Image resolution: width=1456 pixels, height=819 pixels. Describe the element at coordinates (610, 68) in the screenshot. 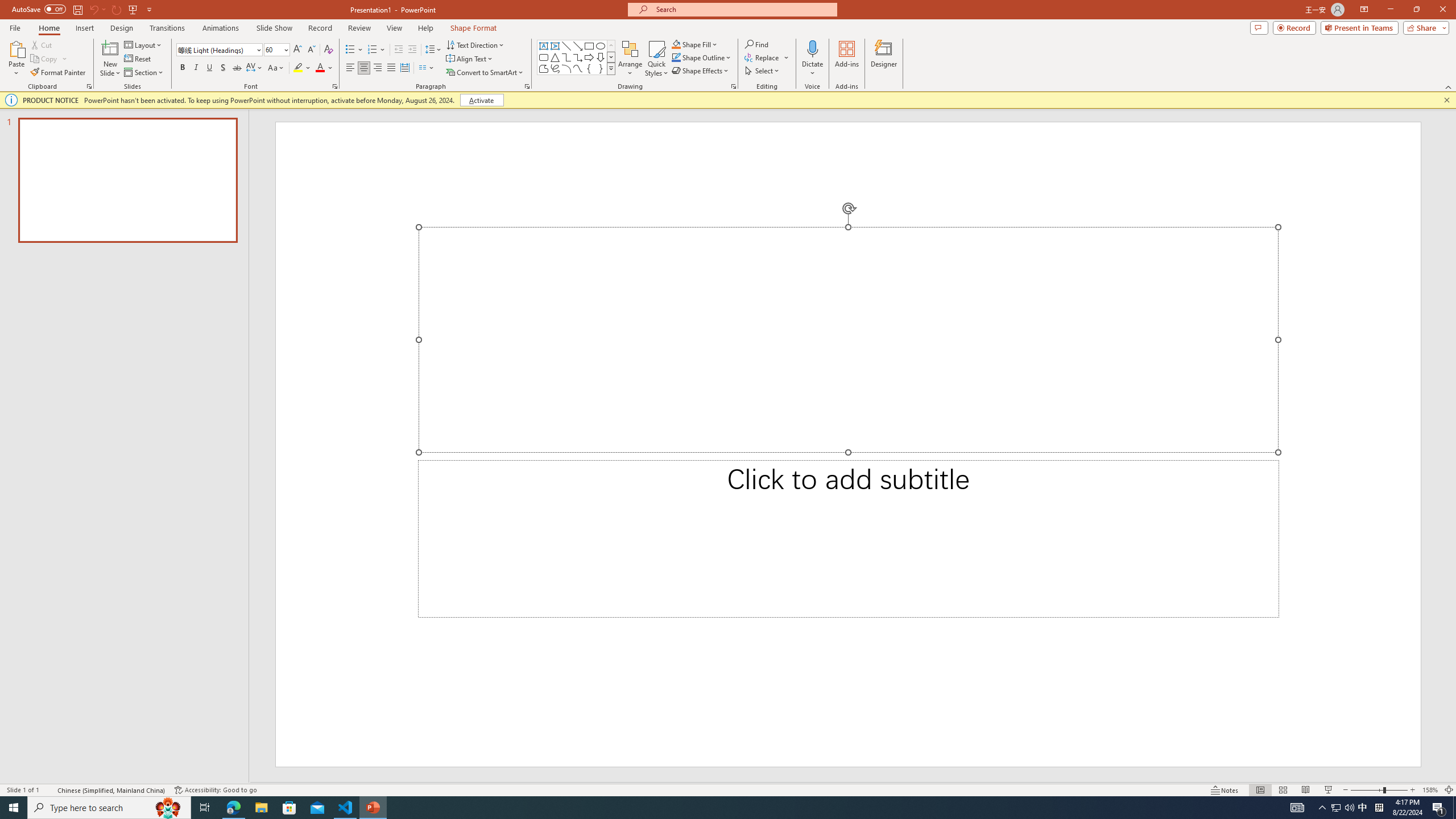

I see `'Class: NetUIImage'` at that location.